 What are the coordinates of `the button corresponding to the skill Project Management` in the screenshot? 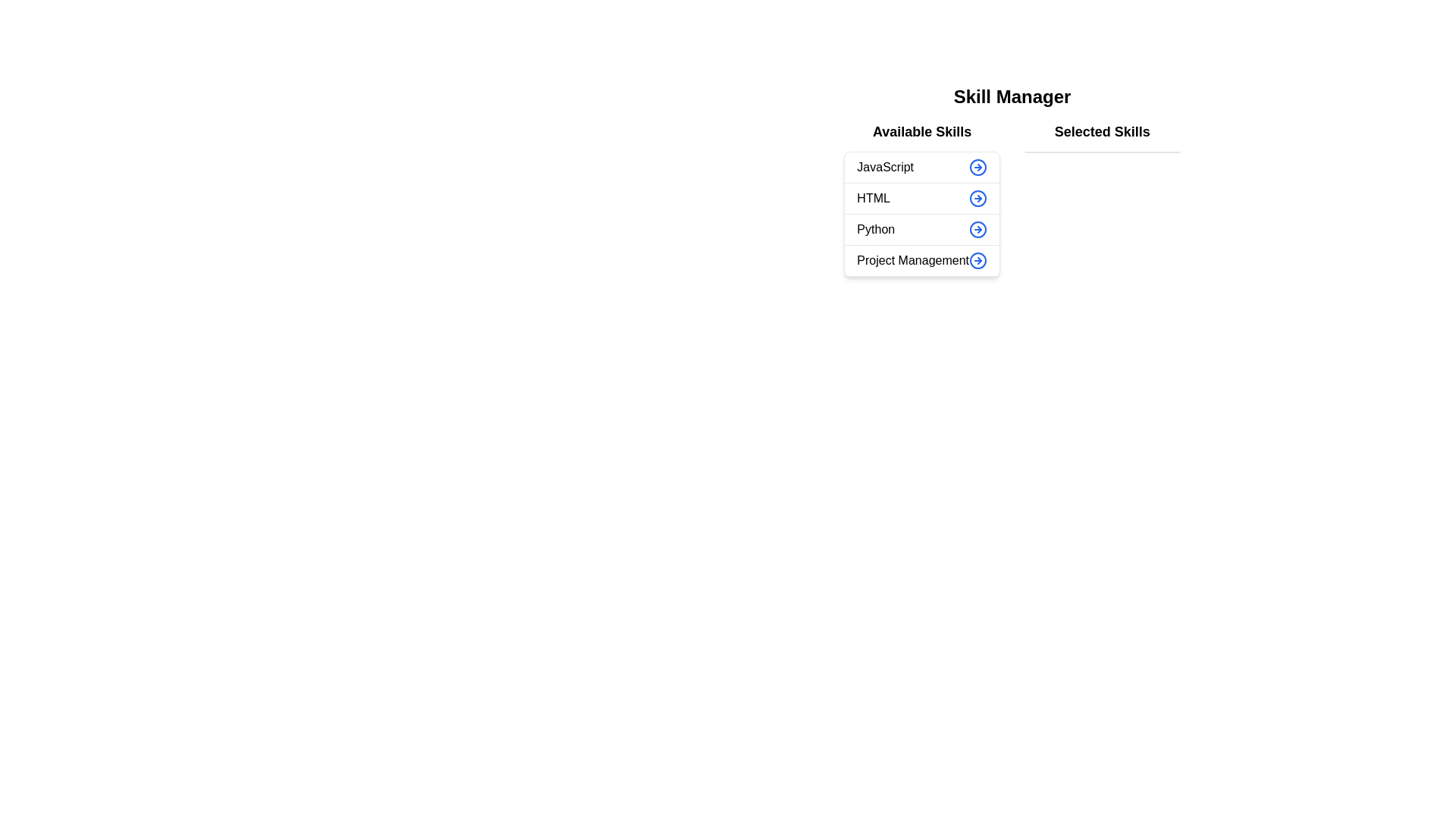 It's located at (978, 259).